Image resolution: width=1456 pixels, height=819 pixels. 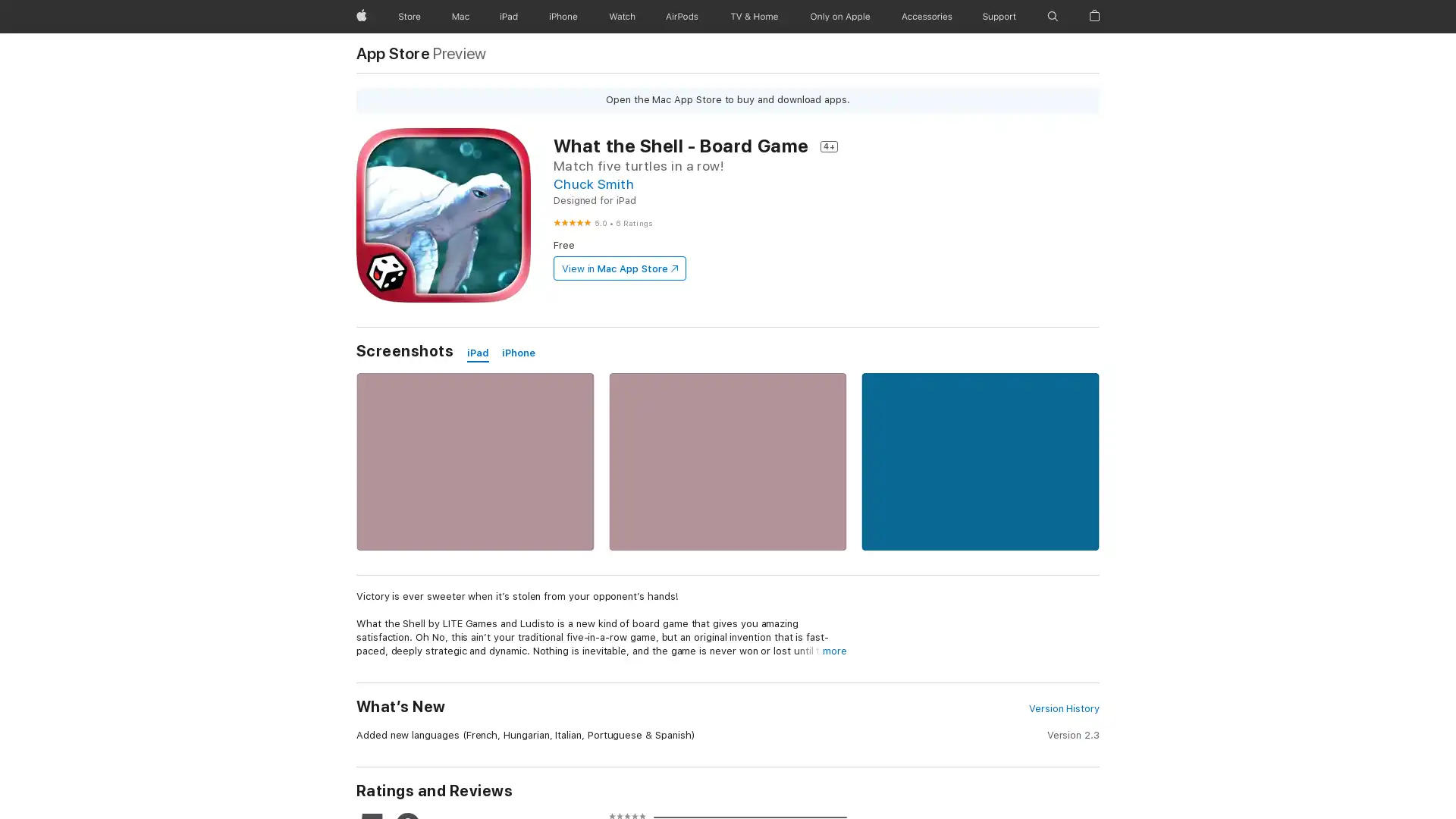 What do you see at coordinates (619, 268) in the screenshot?
I see `View in Mac App Store` at bounding box center [619, 268].